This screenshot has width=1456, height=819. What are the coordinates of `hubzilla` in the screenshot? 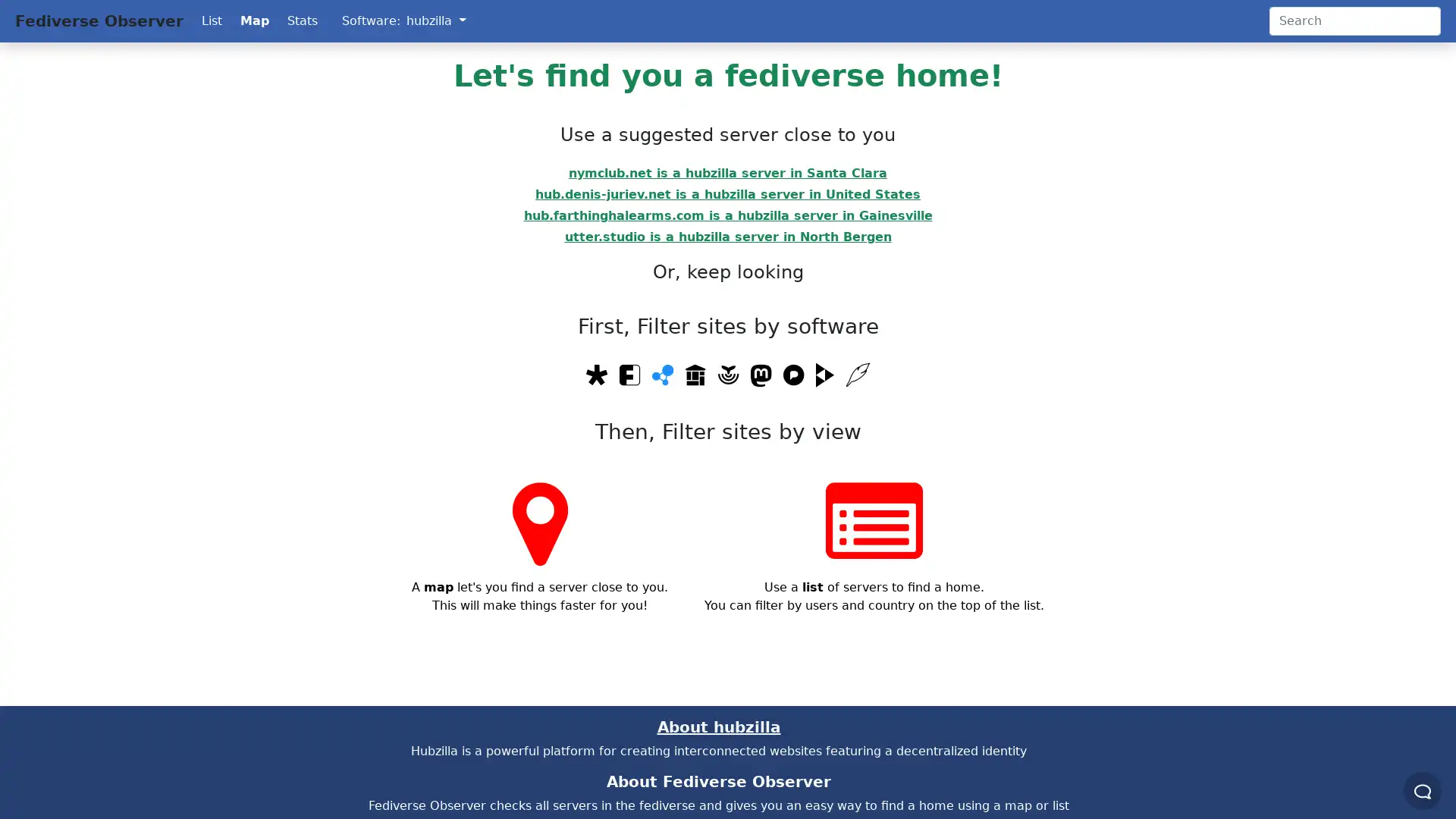 It's located at (435, 20).